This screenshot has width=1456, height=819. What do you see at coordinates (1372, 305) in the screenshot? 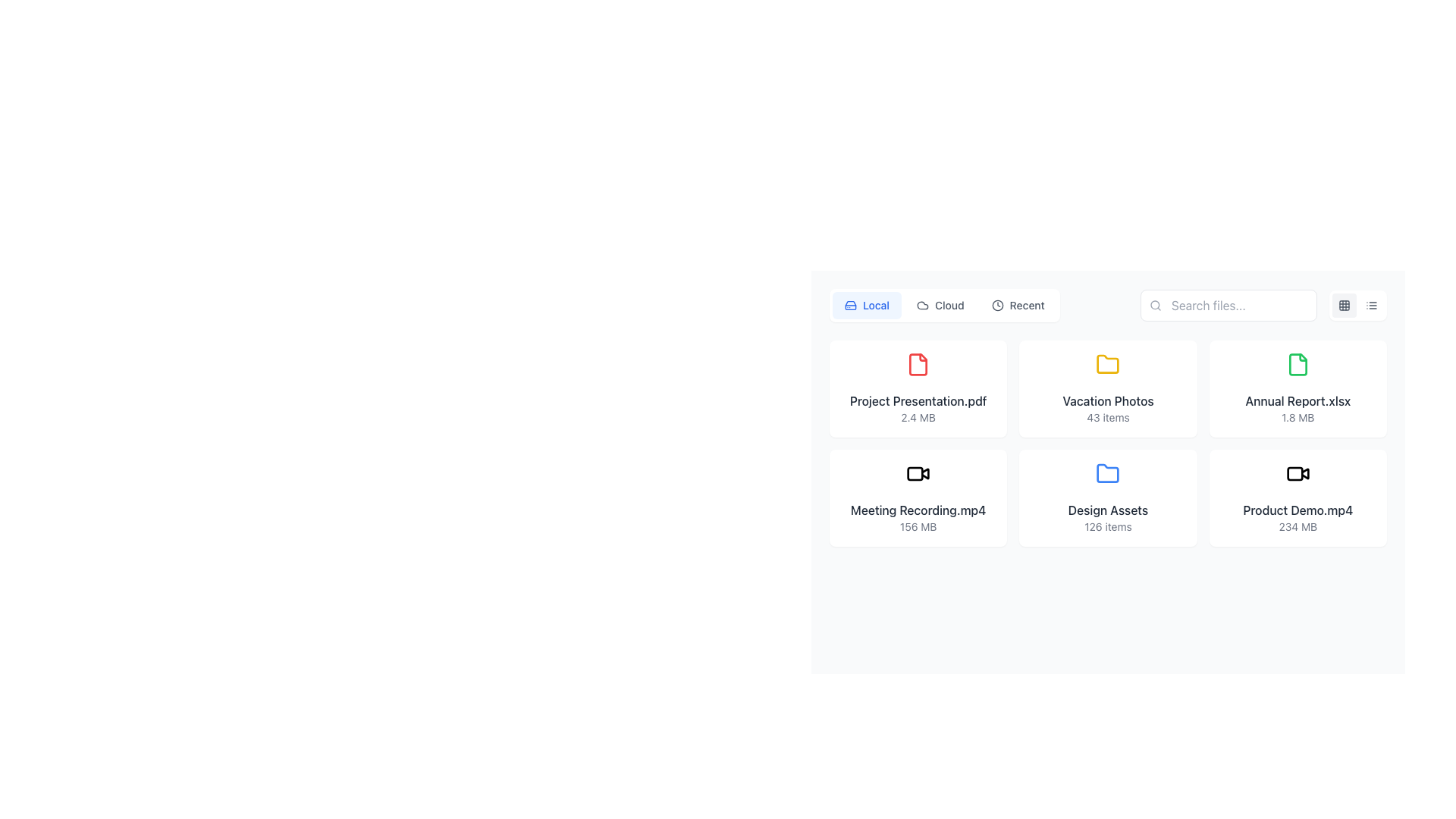
I see `the view toggle button located in the top-right corner of the interface, which is the second interactive option adjacent to a grid layout icon, to switch the content display to a list format` at bounding box center [1372, 305].